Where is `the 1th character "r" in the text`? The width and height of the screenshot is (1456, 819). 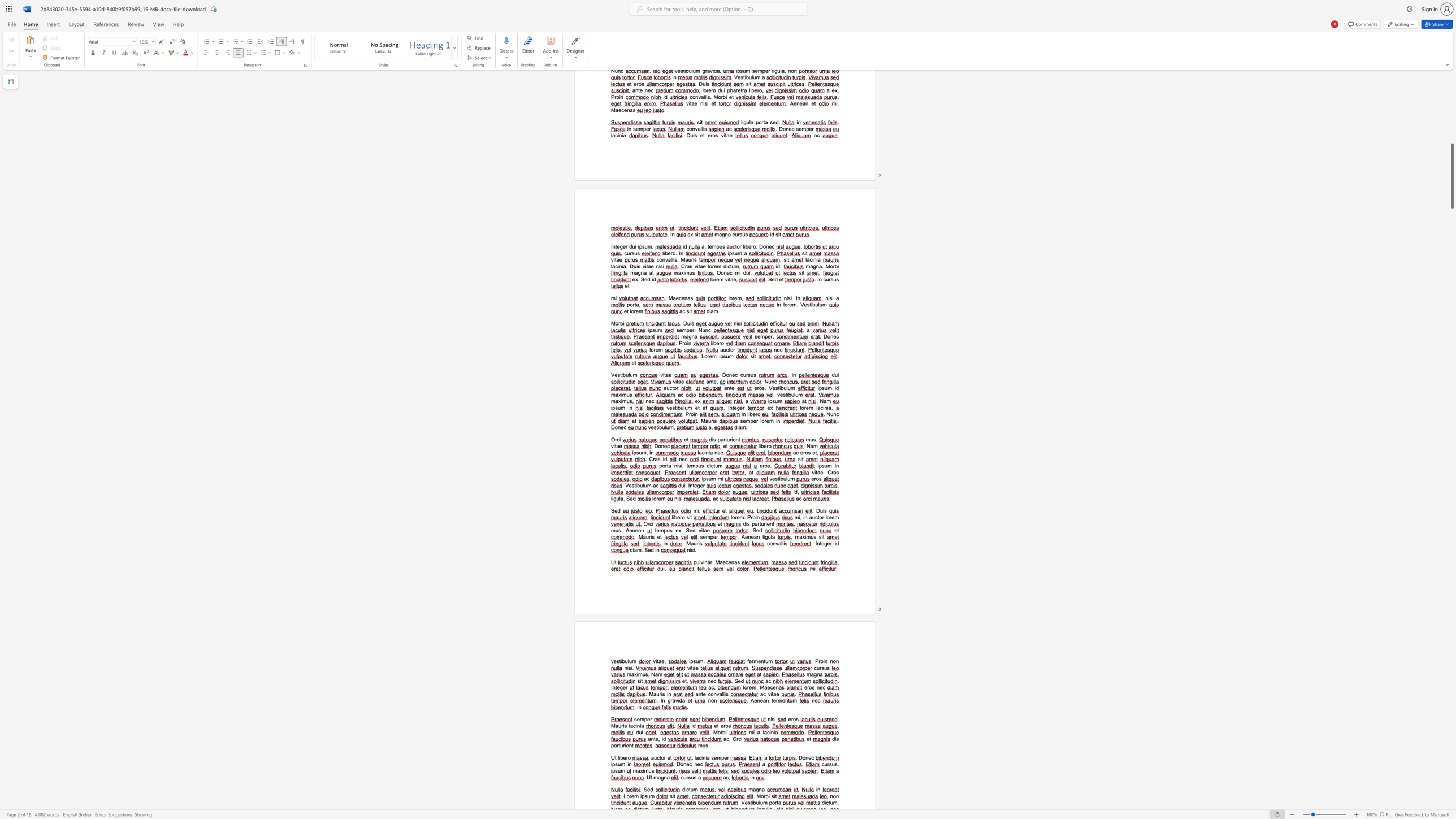 the 1th character "r" in the text is located at coordinates (653, 459).